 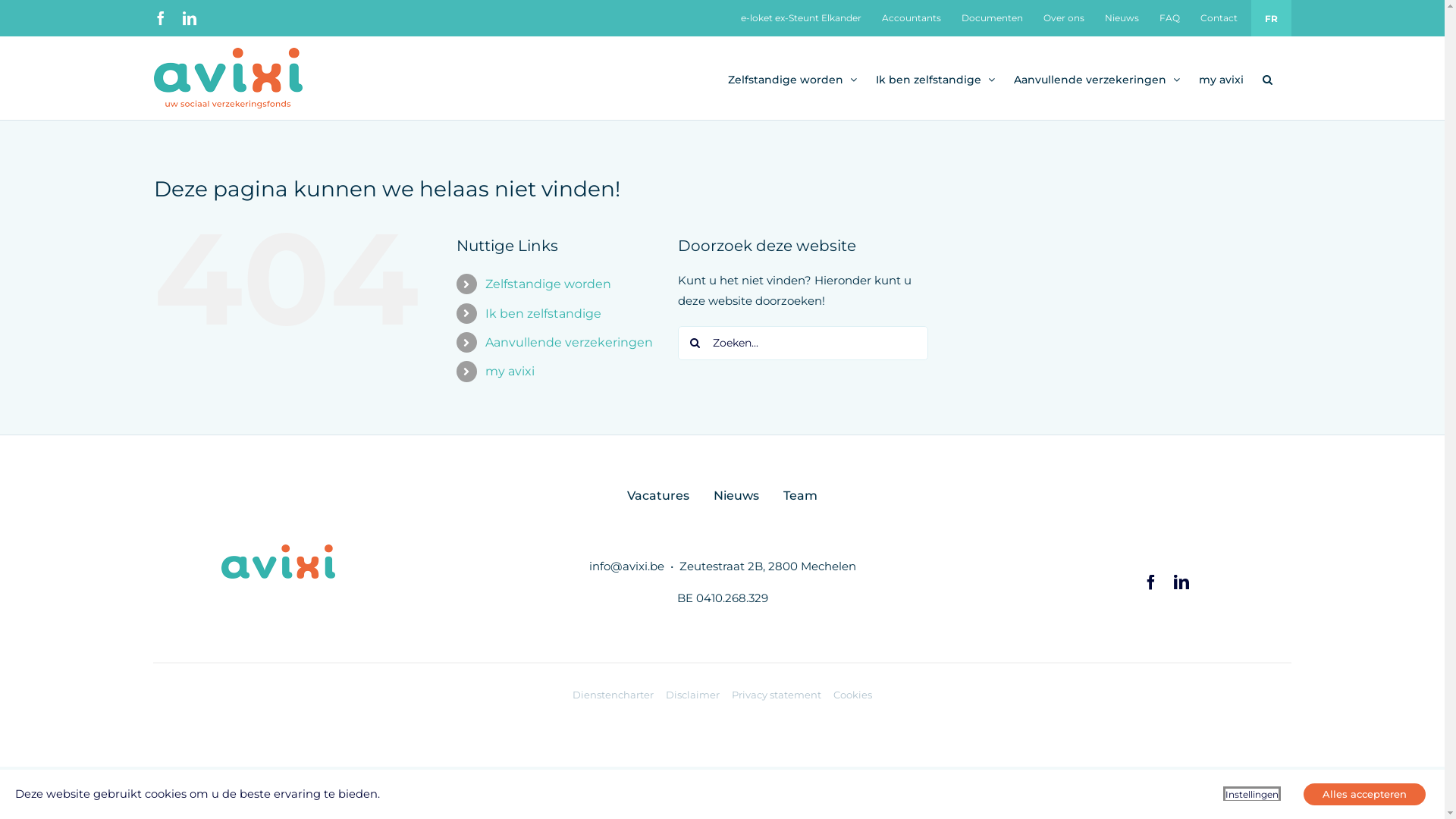 I want to click on 'Ik ben zelfstandige', so click(x=543, y=312).